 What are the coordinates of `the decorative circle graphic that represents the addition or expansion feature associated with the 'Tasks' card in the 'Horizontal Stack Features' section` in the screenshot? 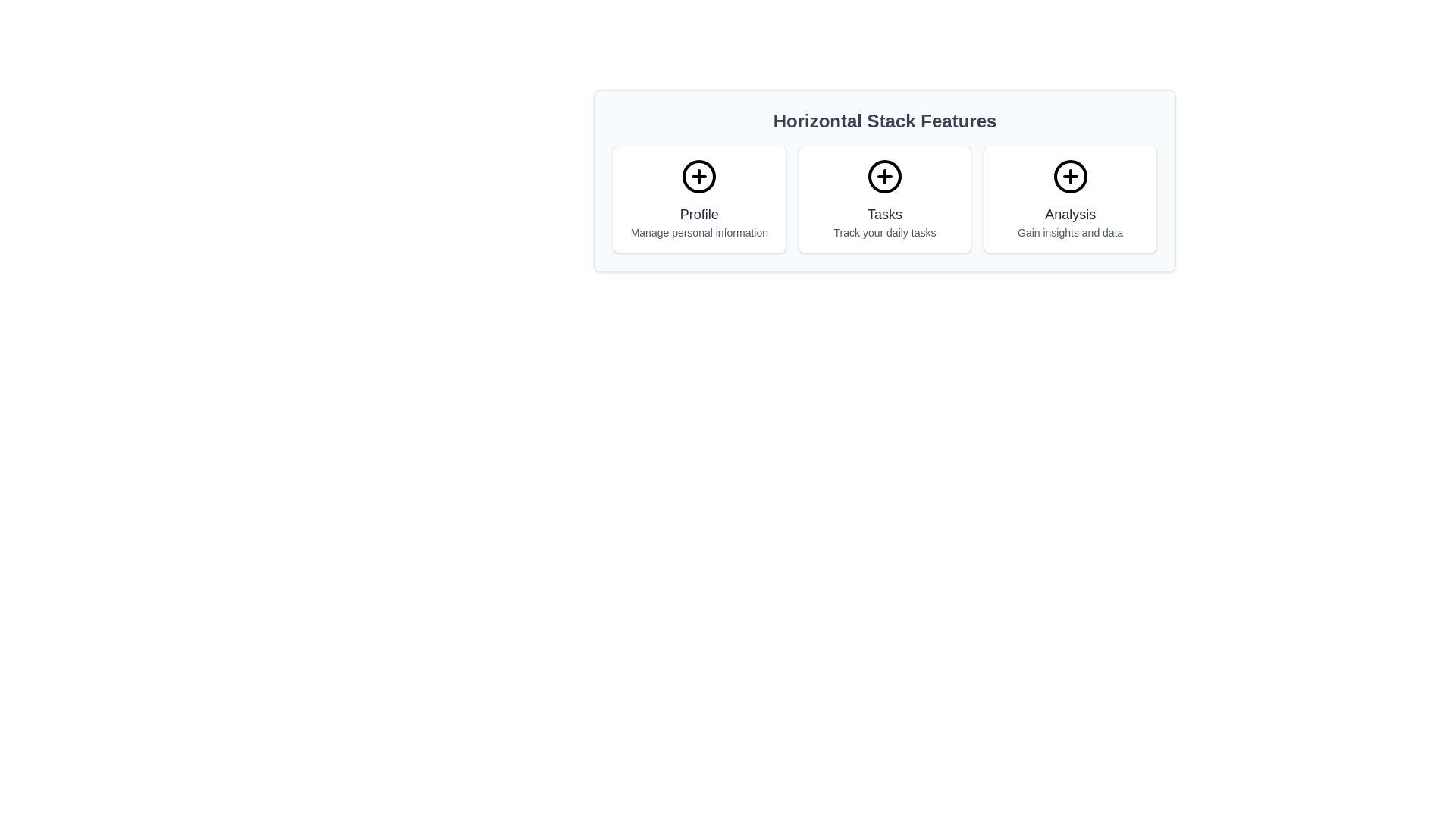 It's located at (884, 175).